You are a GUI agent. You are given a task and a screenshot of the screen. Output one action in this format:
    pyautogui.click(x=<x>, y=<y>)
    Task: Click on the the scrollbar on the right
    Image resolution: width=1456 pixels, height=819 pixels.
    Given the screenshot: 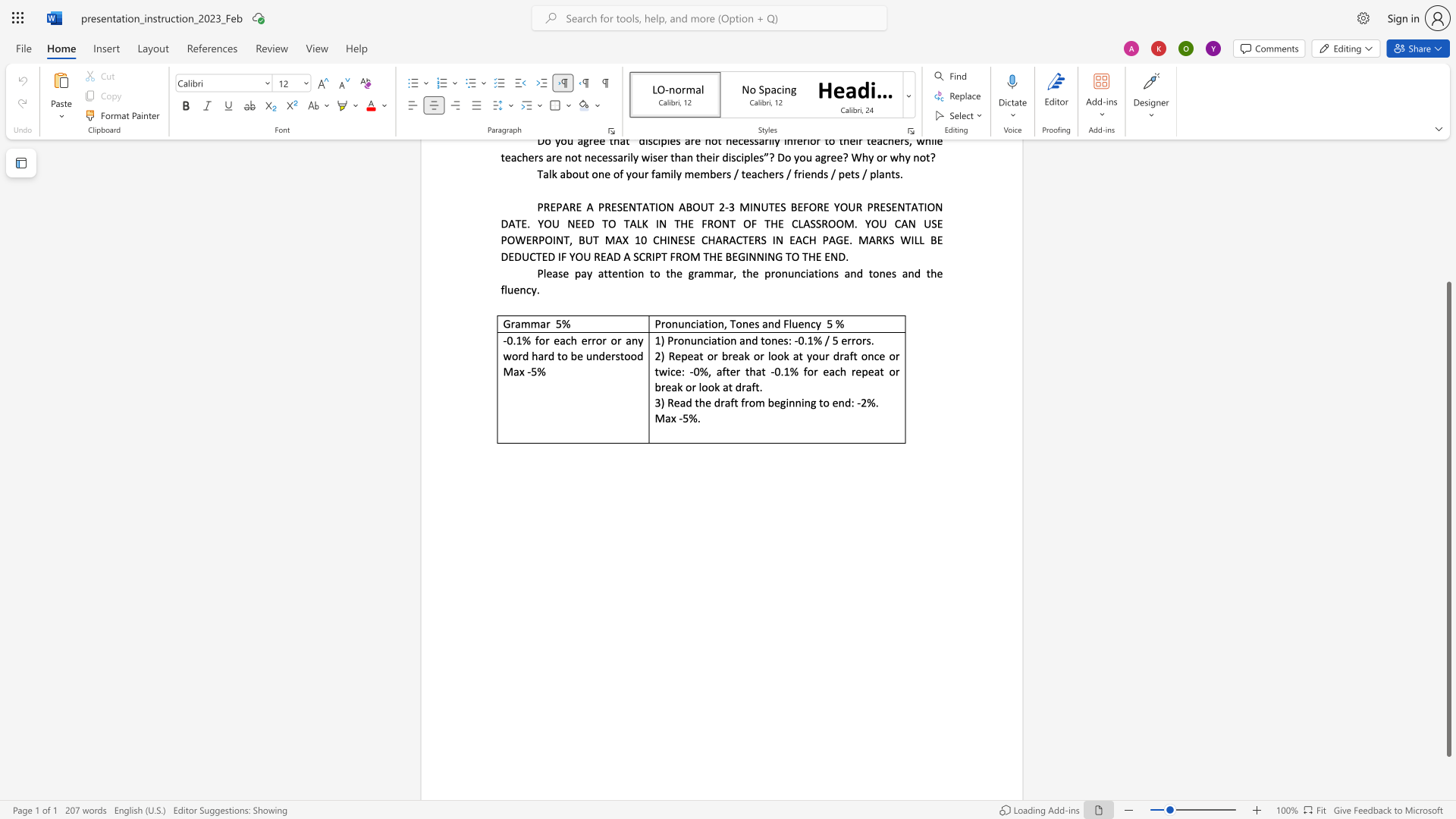 What is the action you would take?
    pyautogui.click(x=1448, y=249)
    